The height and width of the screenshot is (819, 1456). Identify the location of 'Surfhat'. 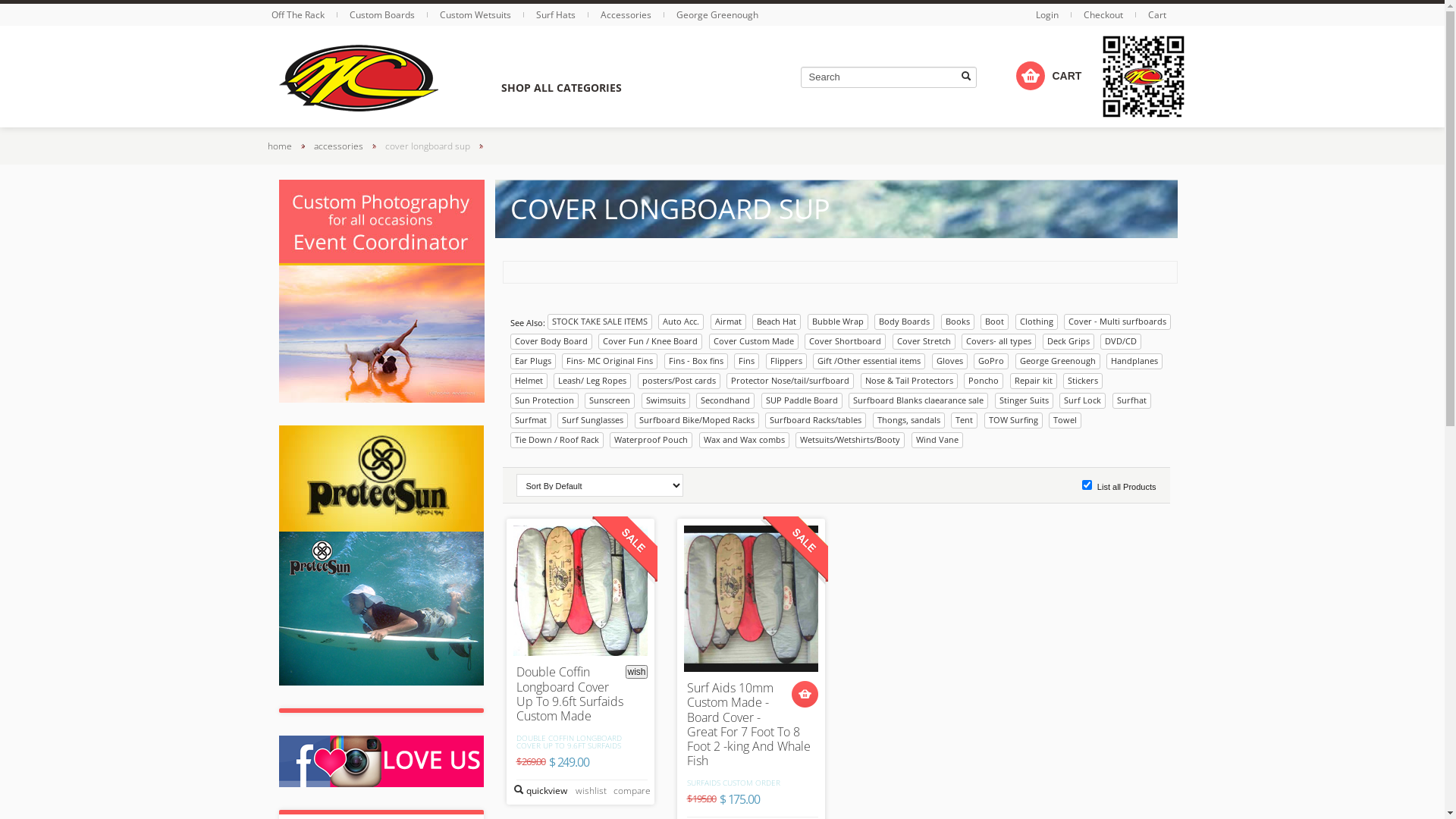
(1131, 400).